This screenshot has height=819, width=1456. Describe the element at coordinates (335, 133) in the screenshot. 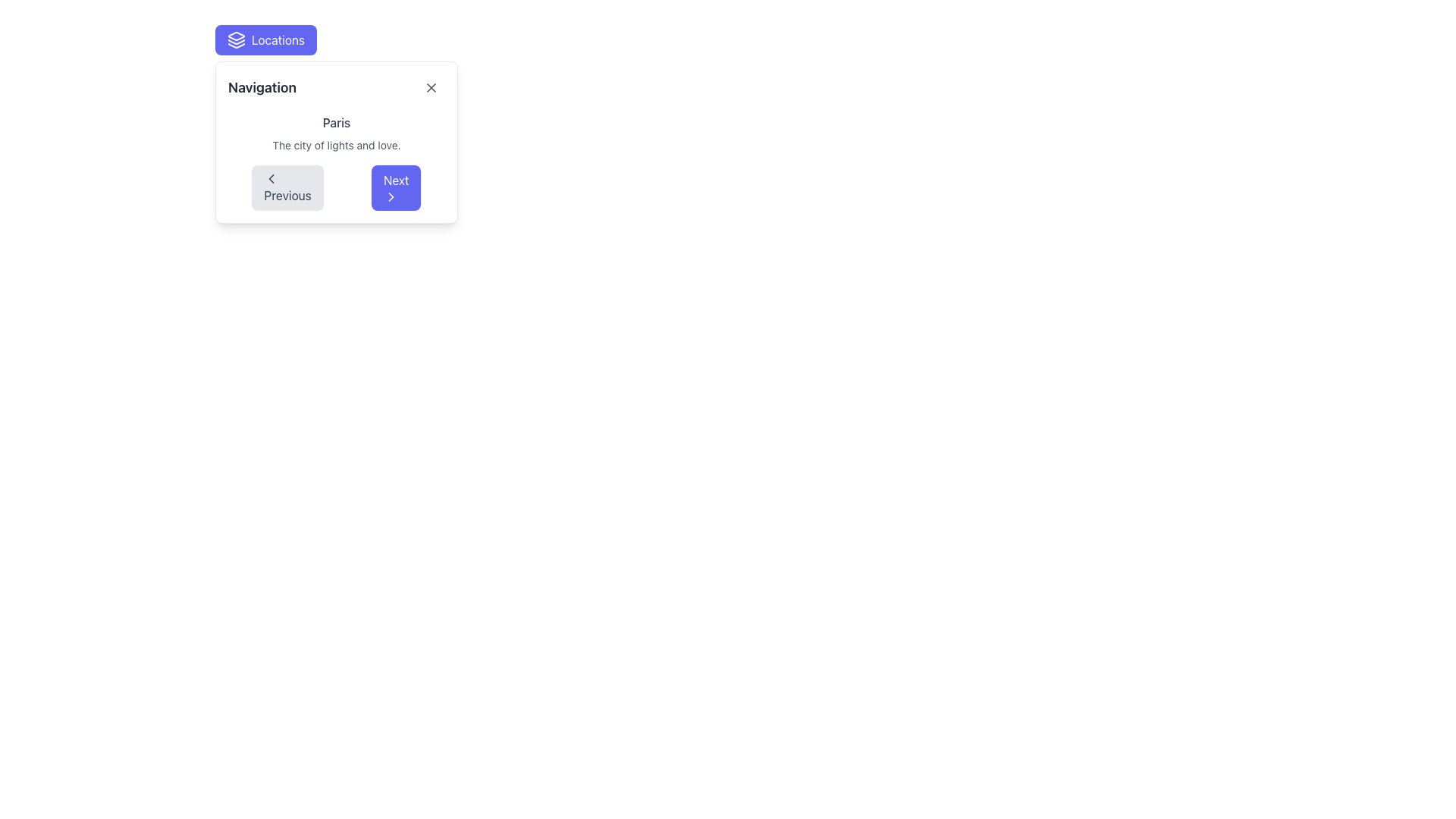

I see `the text element titled 'Paris' within the 'Navigation' modal, which contains the subtitle 'The city of lights and love.'` at that location.